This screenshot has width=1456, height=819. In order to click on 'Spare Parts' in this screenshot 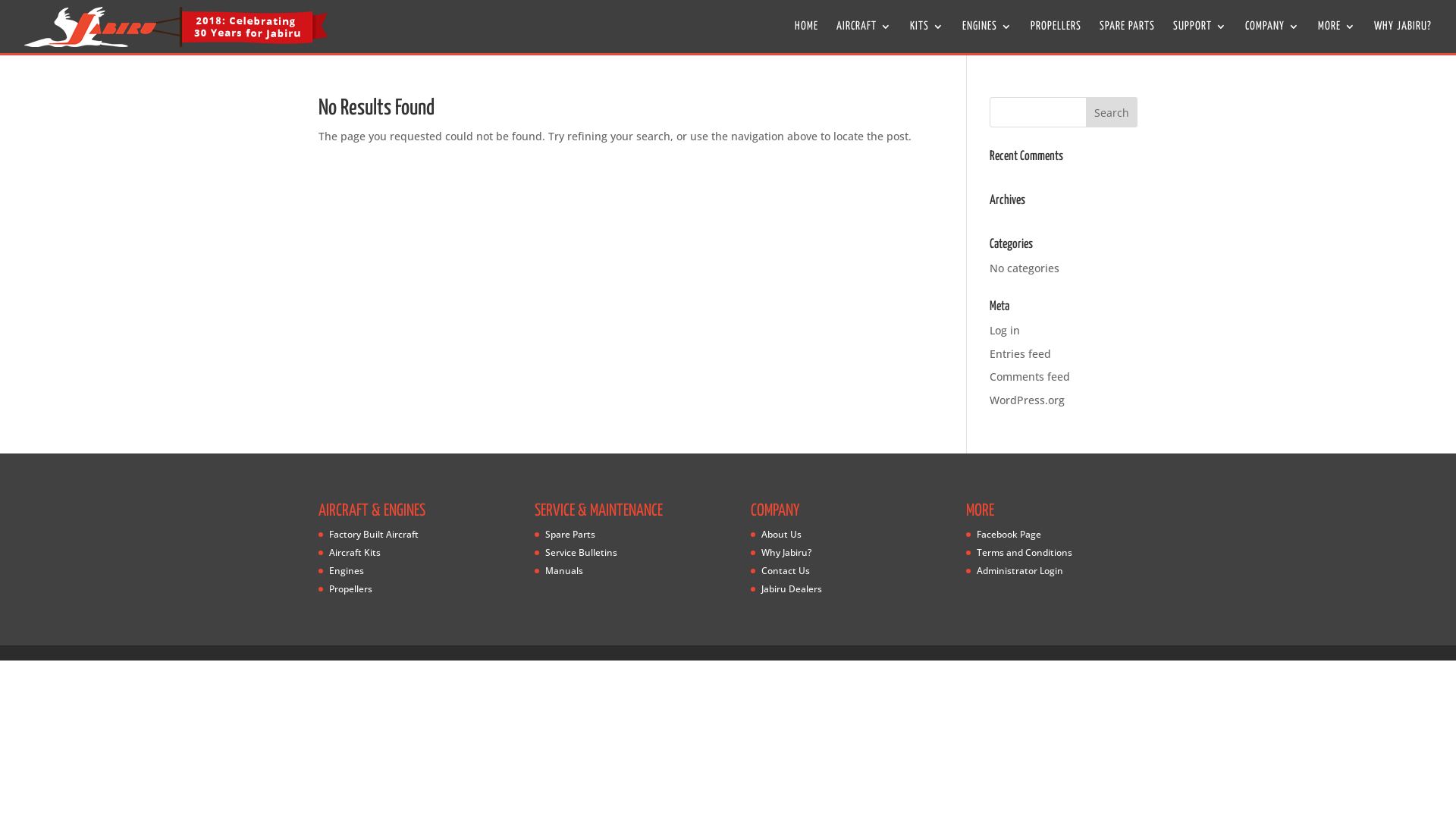, I will do `click(570, 533)`.